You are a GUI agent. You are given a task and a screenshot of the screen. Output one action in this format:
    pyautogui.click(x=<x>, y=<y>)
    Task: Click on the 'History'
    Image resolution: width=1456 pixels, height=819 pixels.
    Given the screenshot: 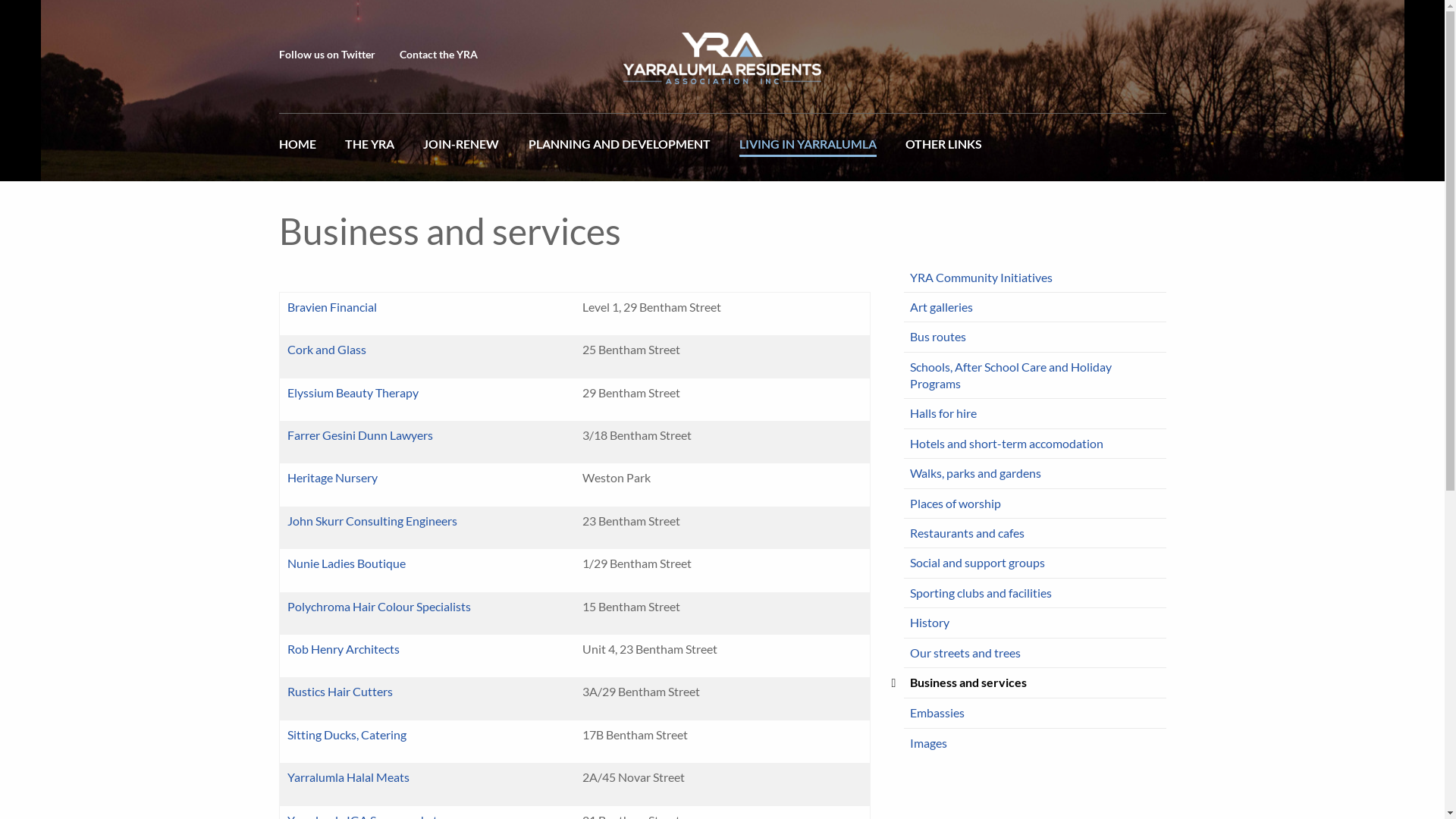 What is the action you would take?
    pyautogui.click(x=1034, y=623)
    